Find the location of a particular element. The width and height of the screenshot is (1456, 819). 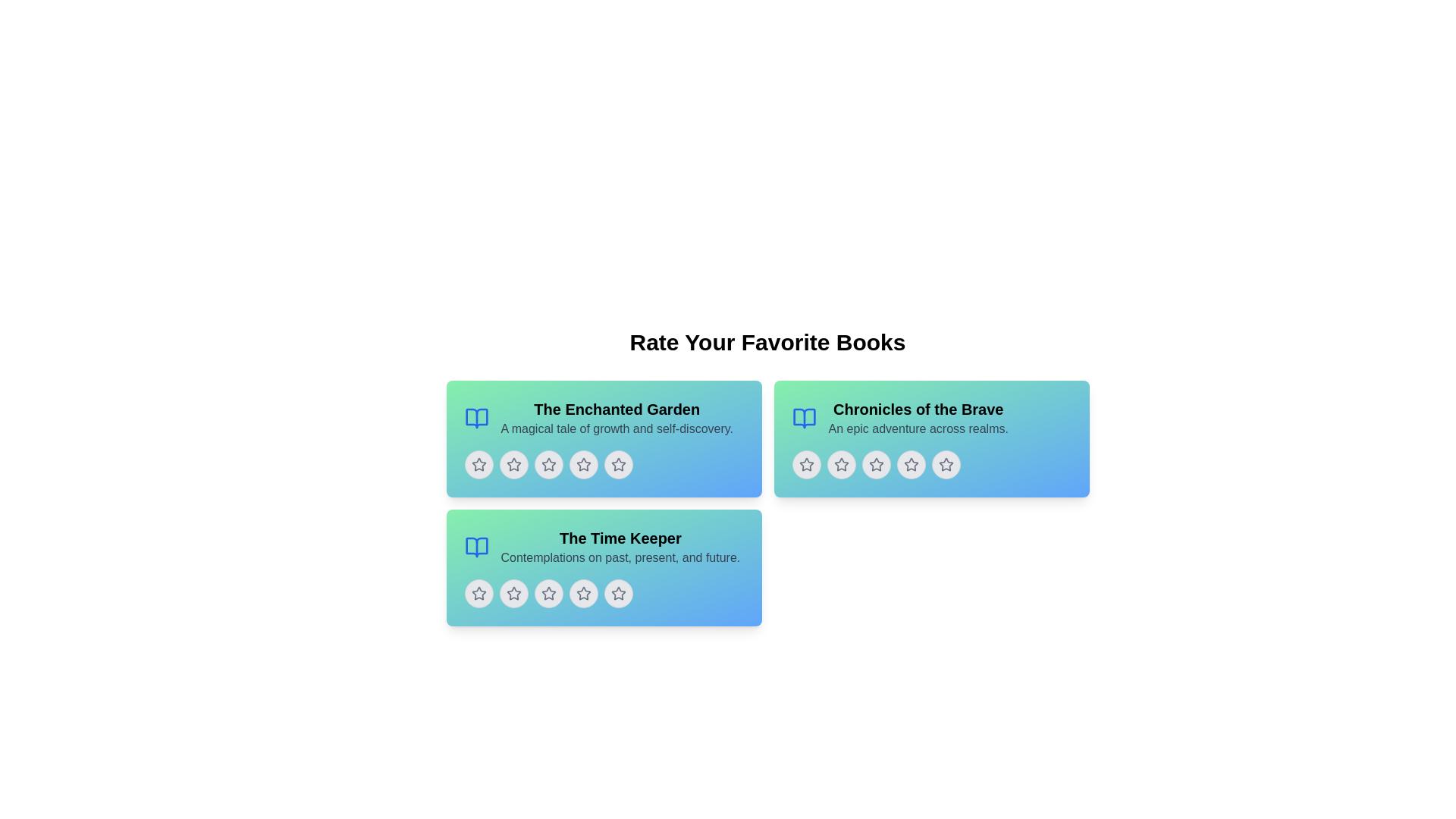

the text element titled 'The Enchanted Garden' is located at coordinates (617, 418).